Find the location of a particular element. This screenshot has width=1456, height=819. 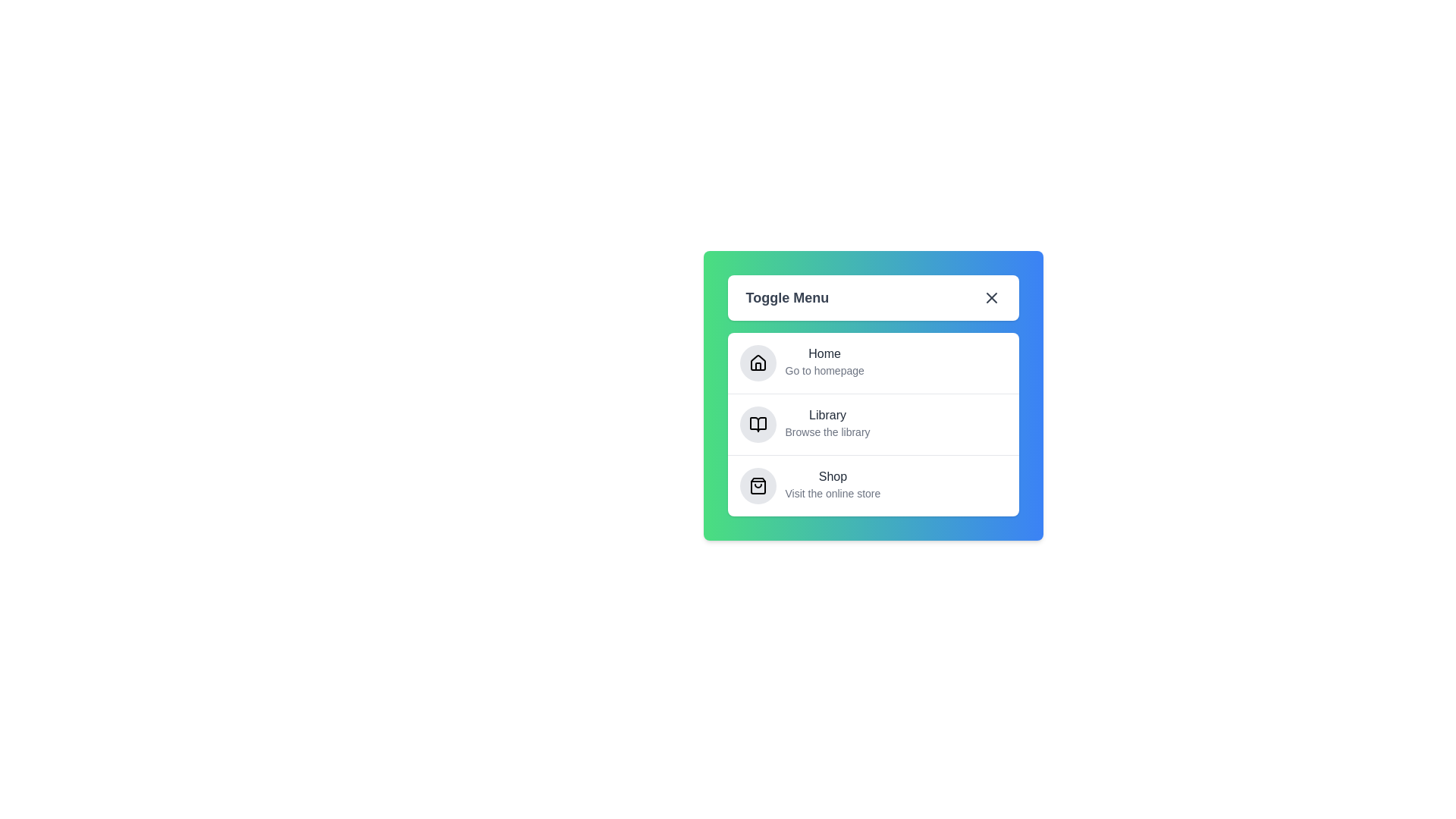

the icon corresponding to Shop in the menu is located at coordinates (758, 485).